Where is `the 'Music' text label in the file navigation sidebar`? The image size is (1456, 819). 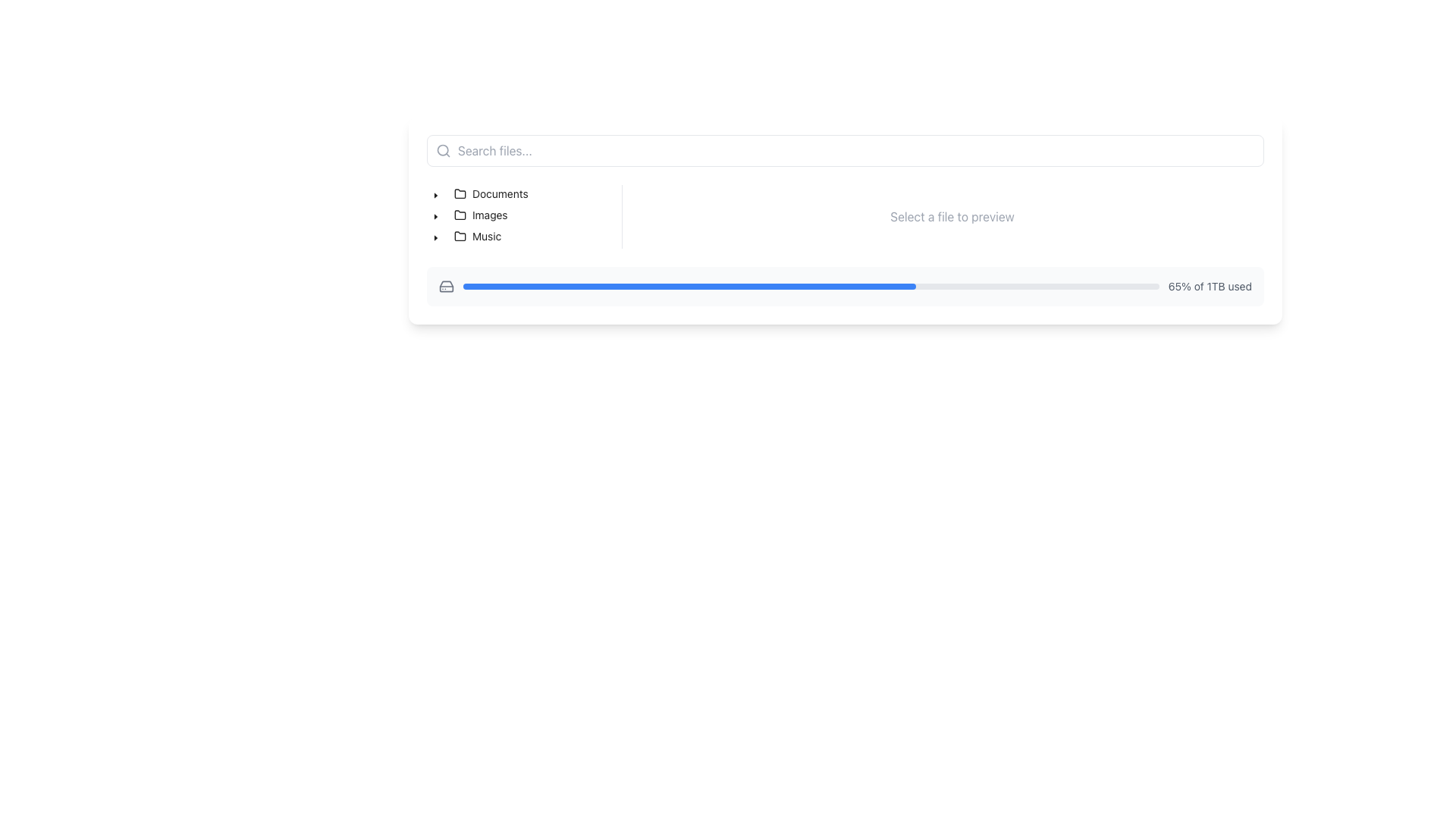
the 'Music' text label in the file navigation sidebar is located at coordinates (487, 237).